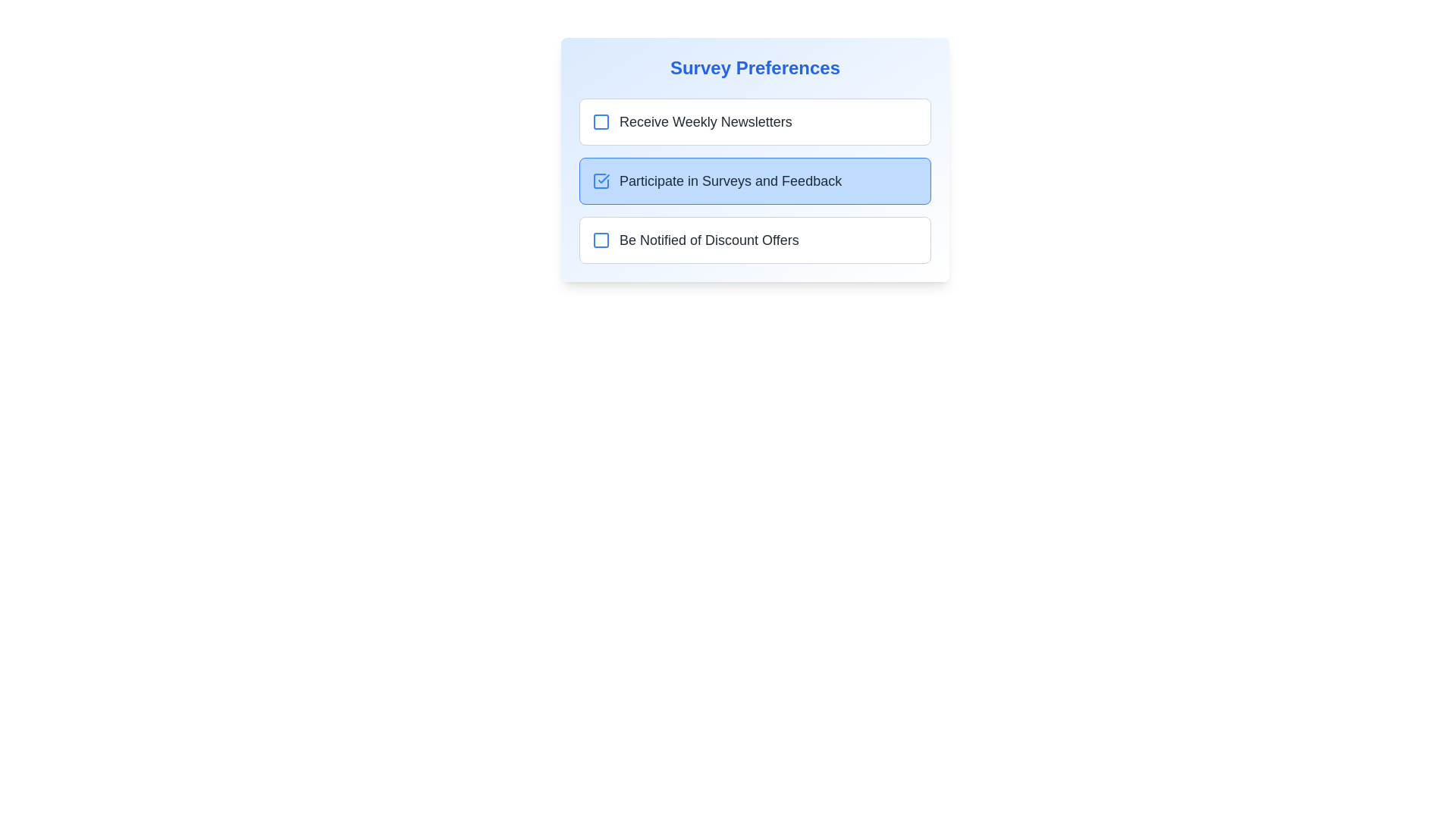  I want to click on the descriptive Text Label for the weekly newsletters option located at the top of the 'Survey Preferences' section, which summarizes the purpose of the related checkbox, so click(691, 121).